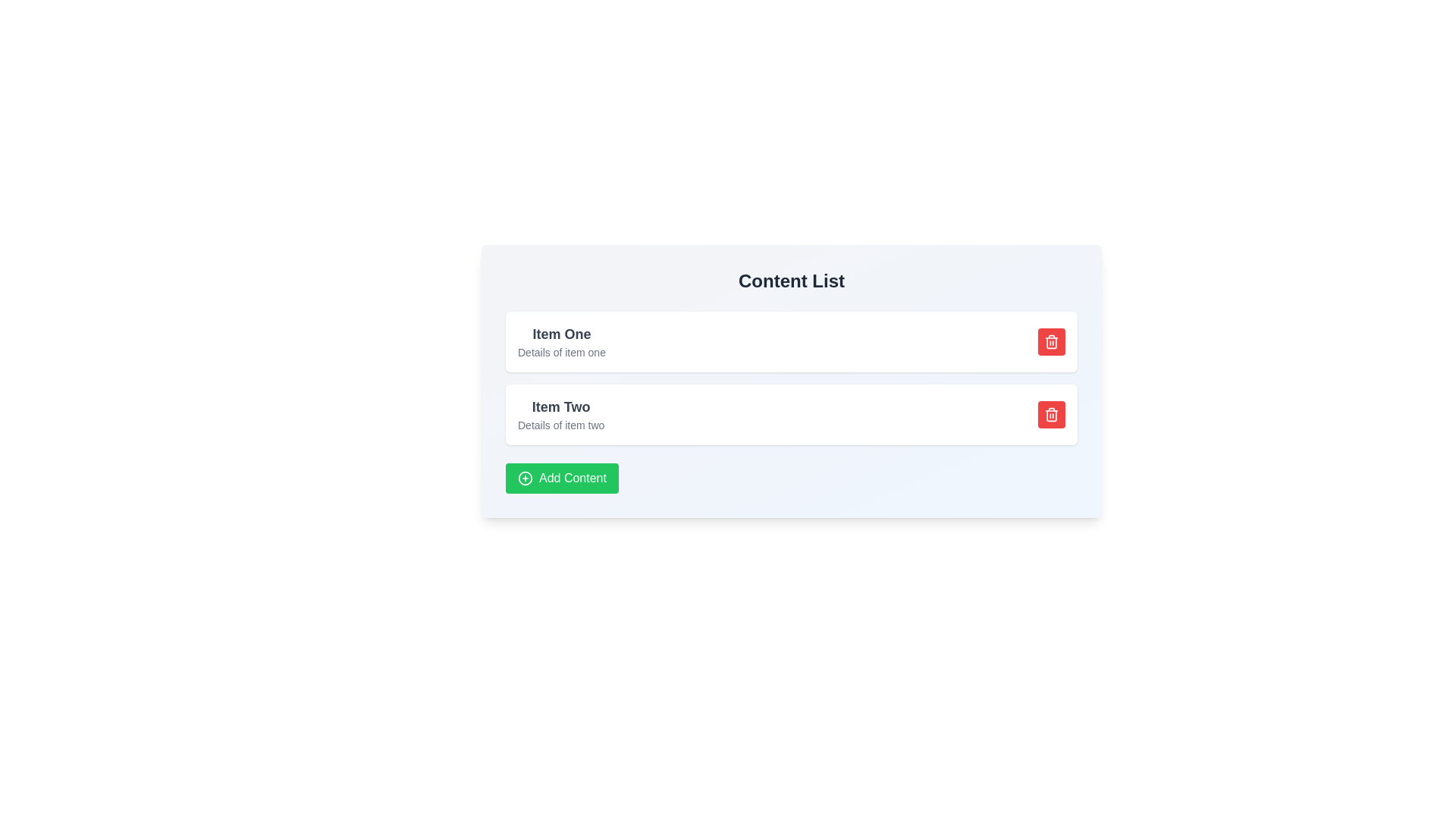  I want to click on the trash can icon representing the delete button for a content item, located to the right of two listed content items in the control panel of the second item, so click(1051, 415).